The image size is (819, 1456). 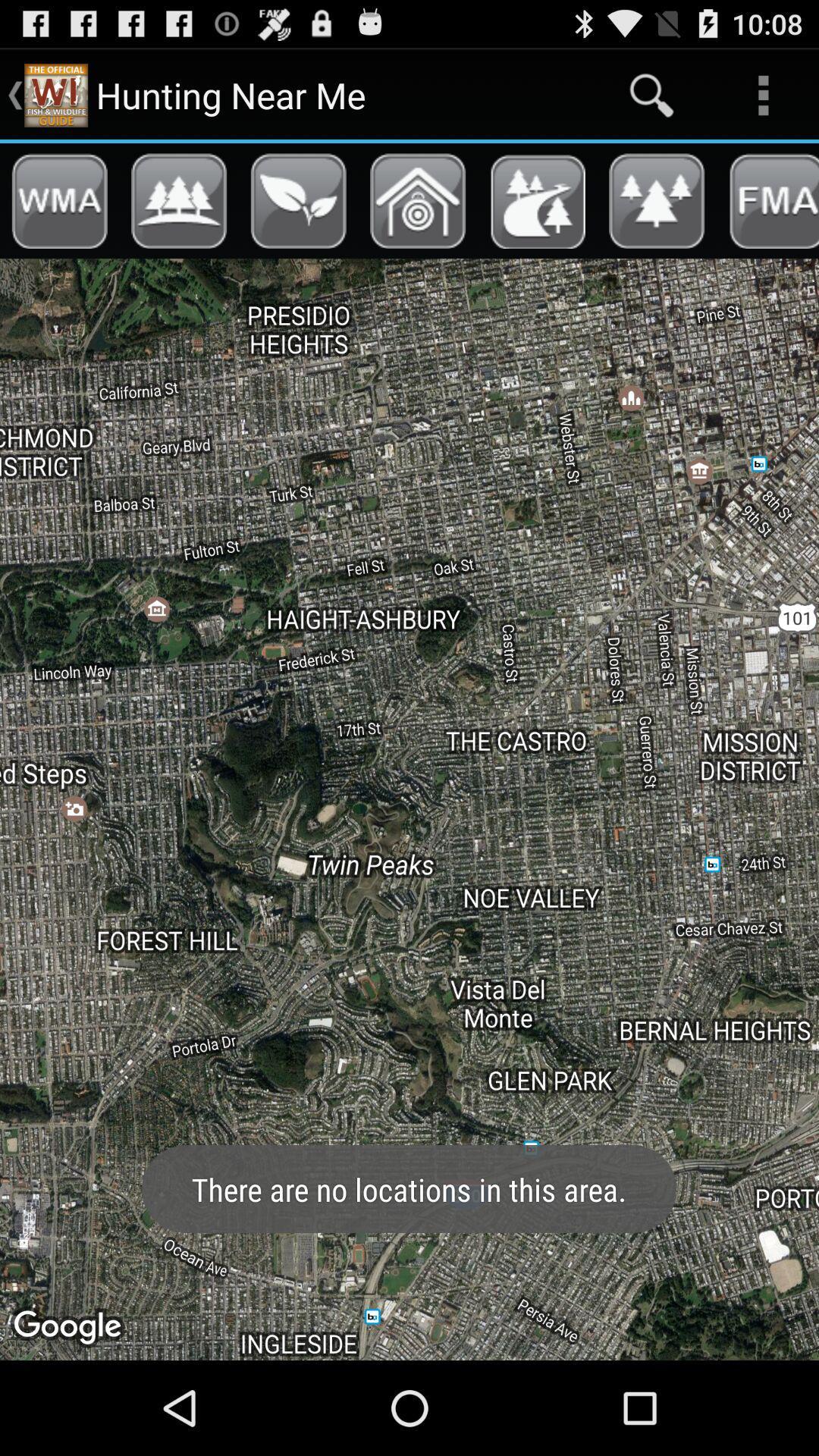 What do you see at coordinates (418, 200) in the screenshot?
I see `location` at bounding box center [418, 200].